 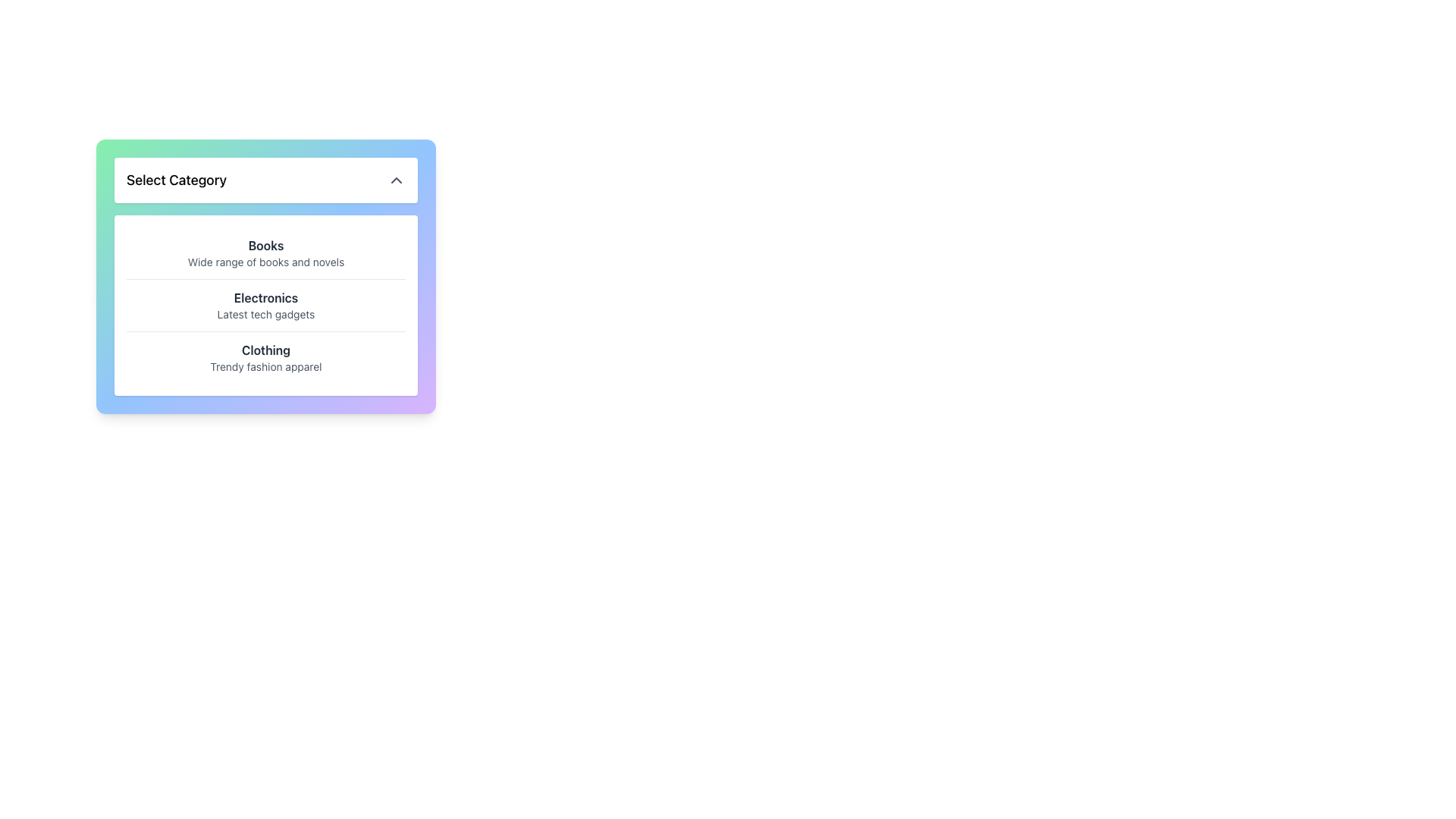 What do you see at coordinates (265, 305) in the screenshot?
I see `the 'Electronics' text label with descriptive subtext 'Latest tech gadgets'` at bounding box center [265, 305].